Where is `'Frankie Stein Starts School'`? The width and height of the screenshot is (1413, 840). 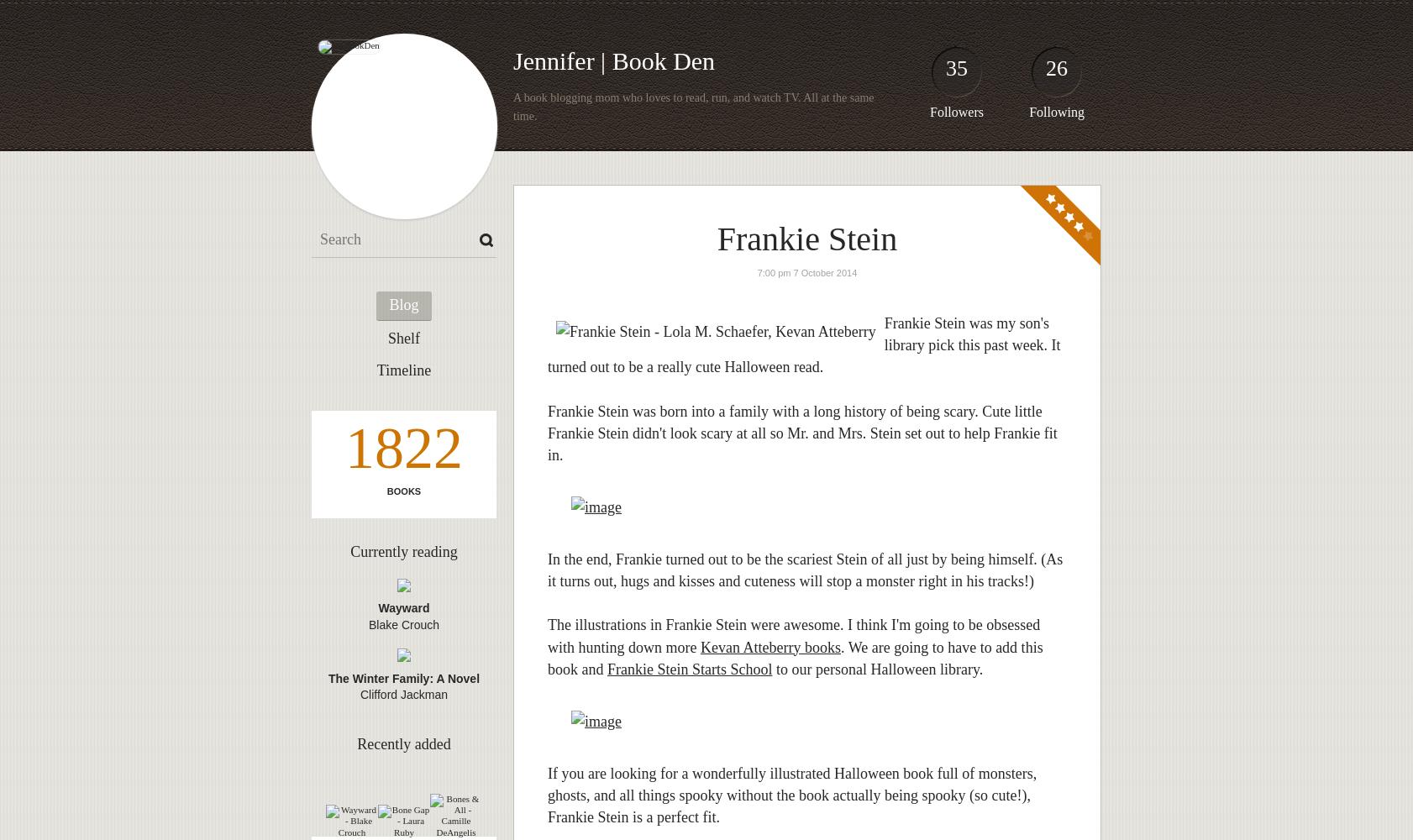
'Frankie Stein Starts School' is located at coordinates (689, 669).